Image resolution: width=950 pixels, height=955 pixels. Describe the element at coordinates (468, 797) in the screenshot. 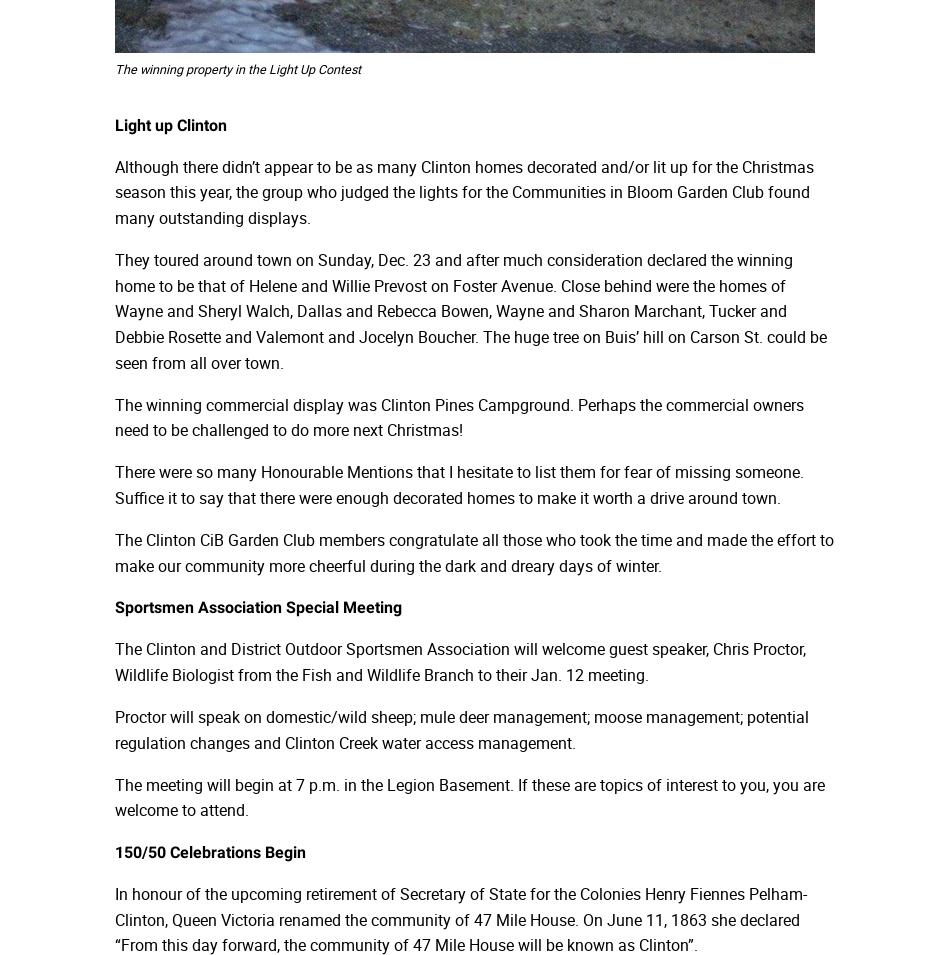

I see `'The meeting will begin at 7 p.m. in the Legion Basement. If these are topics of interest to you, you are welcome to attend.'` at that location.